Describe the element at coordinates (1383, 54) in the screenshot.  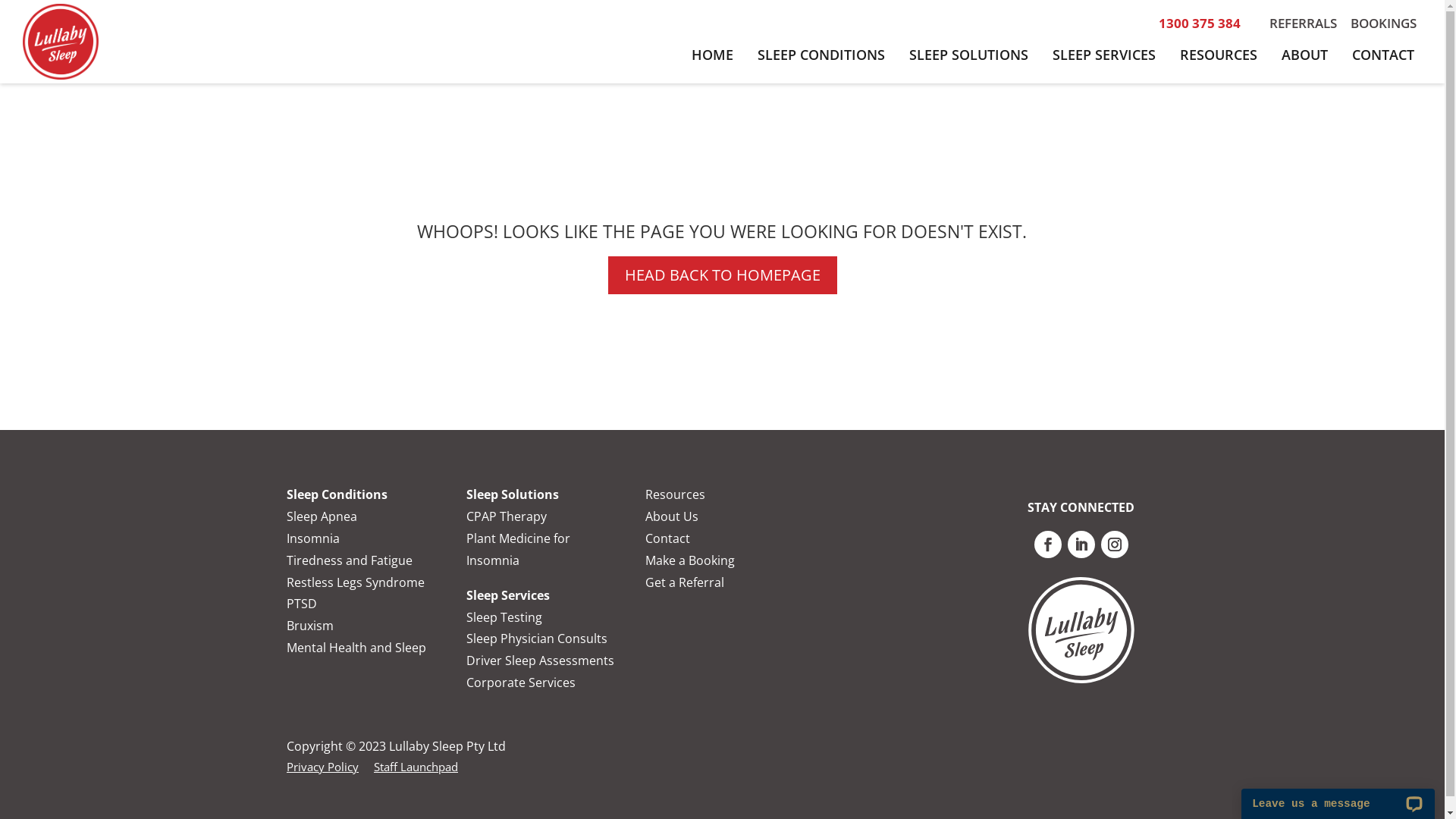
I see `'CONTACT'` at that location.